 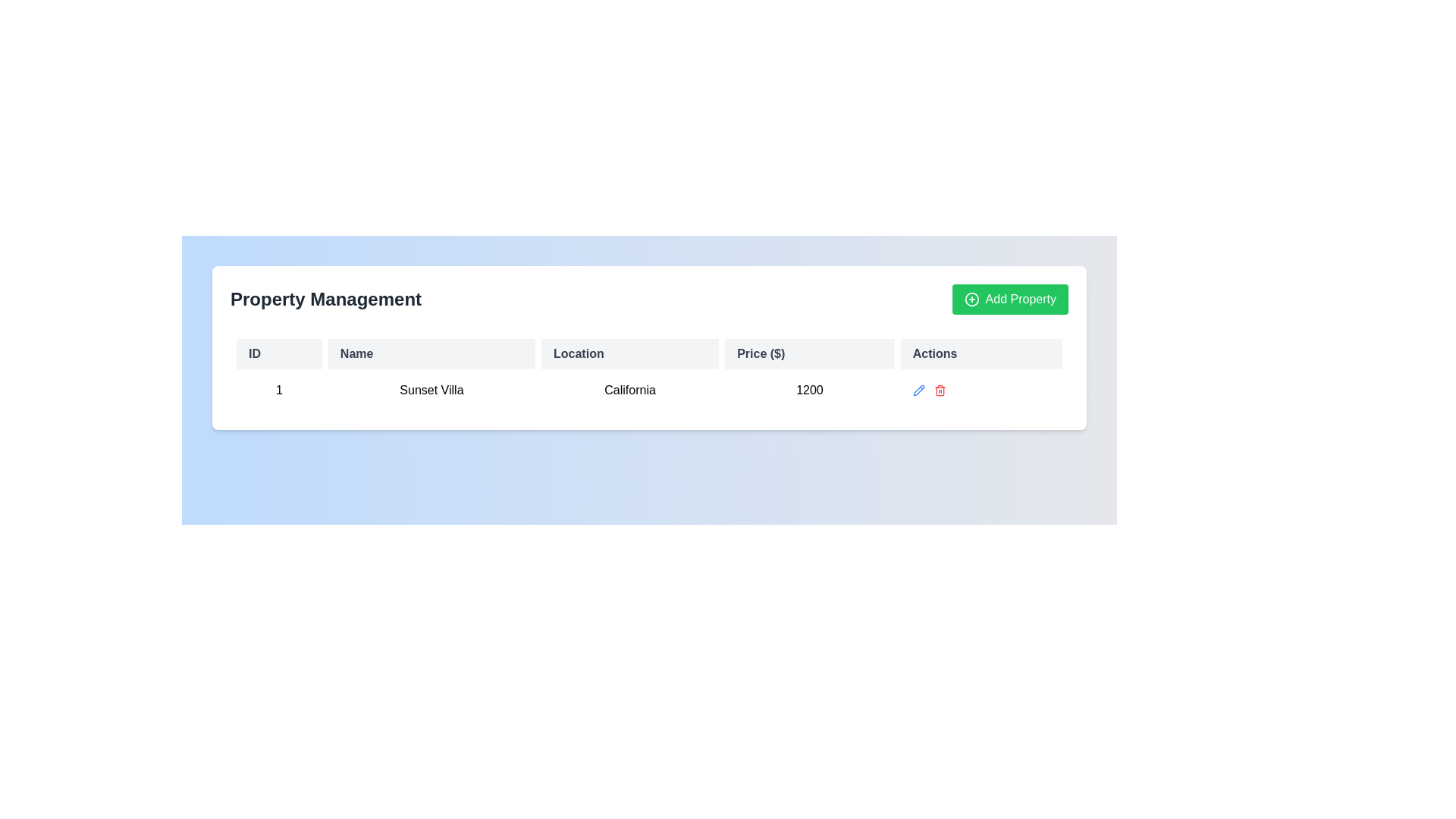 I want to click on the Interactive Icon (Edit Button) located in the 'Actions' column of the first row of the table, so click(x=918, y=390).